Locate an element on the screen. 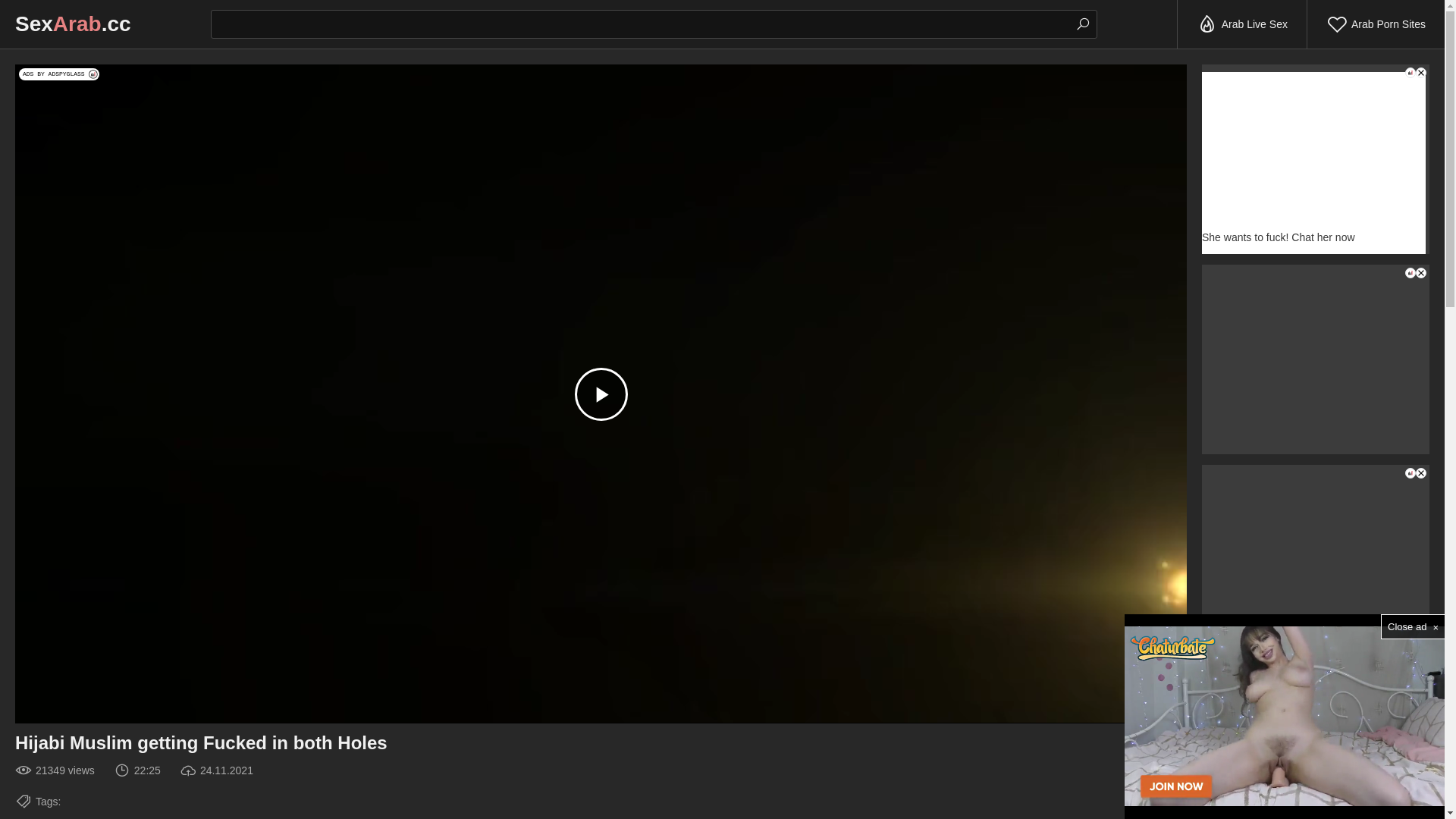  'ADS BY ADSPYGLASS' is located at coordinates (58, 74).